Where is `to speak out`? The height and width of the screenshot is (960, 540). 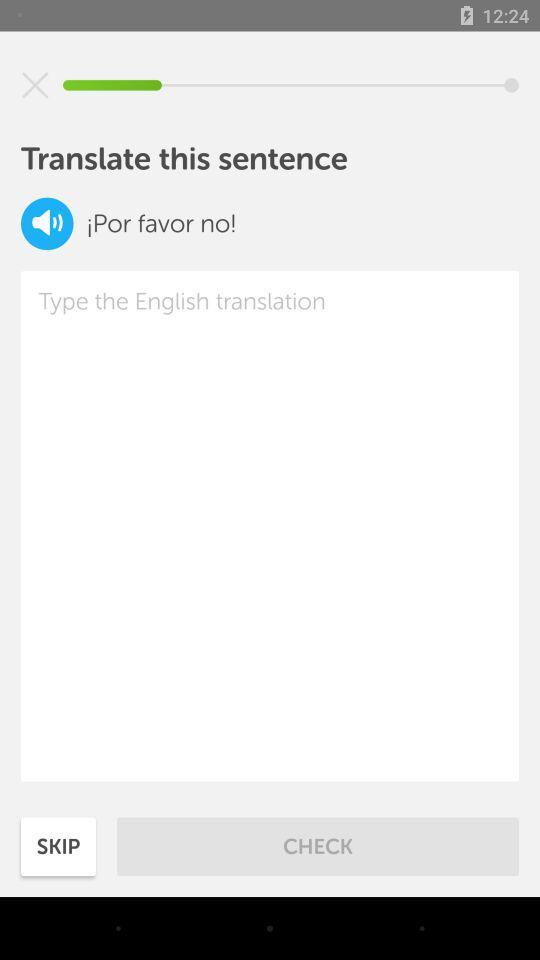
to speak out is located at coordinates (47, 223).